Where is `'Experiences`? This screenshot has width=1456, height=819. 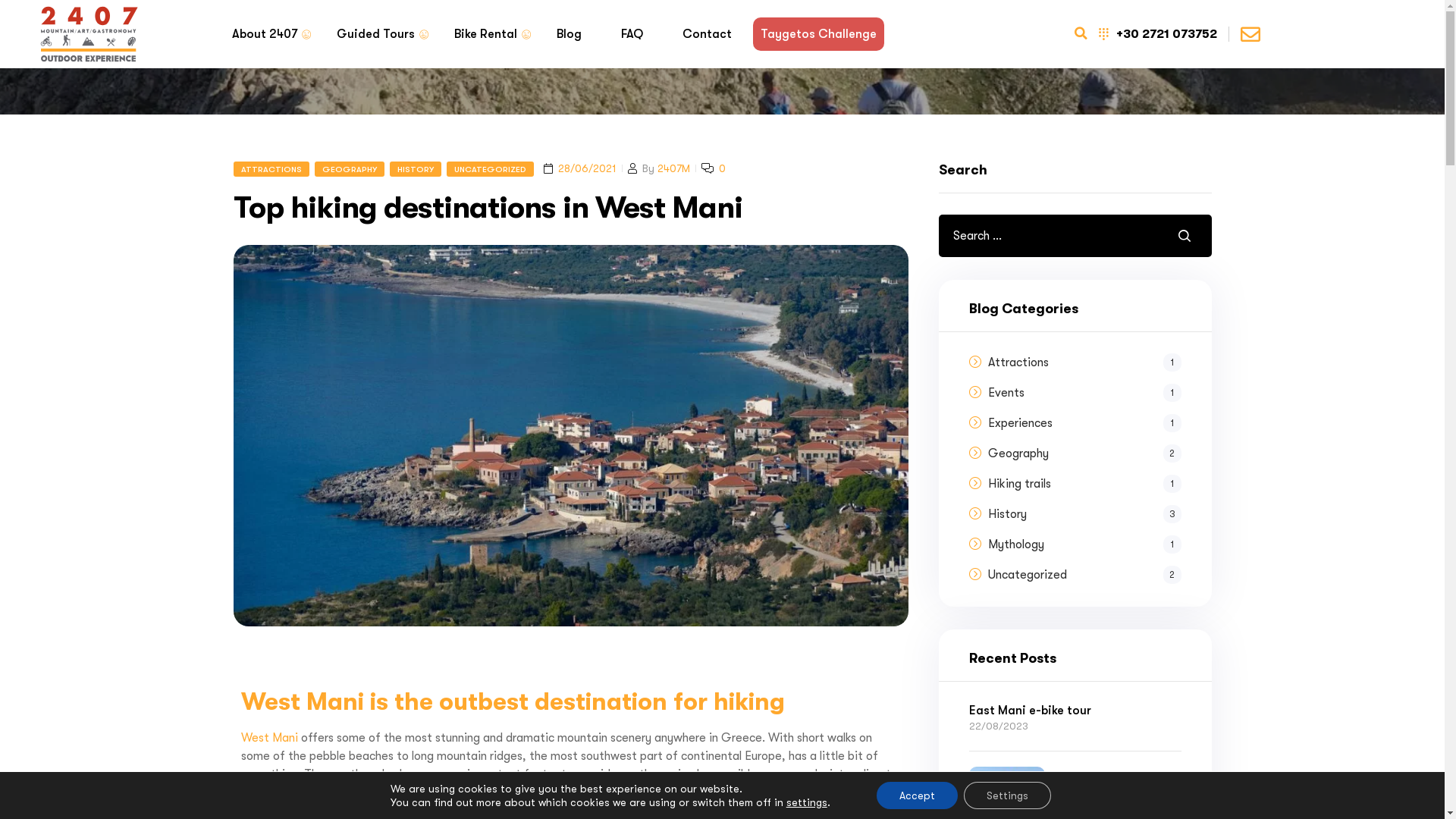
'Experiences is located at coordinates (1084, 423).